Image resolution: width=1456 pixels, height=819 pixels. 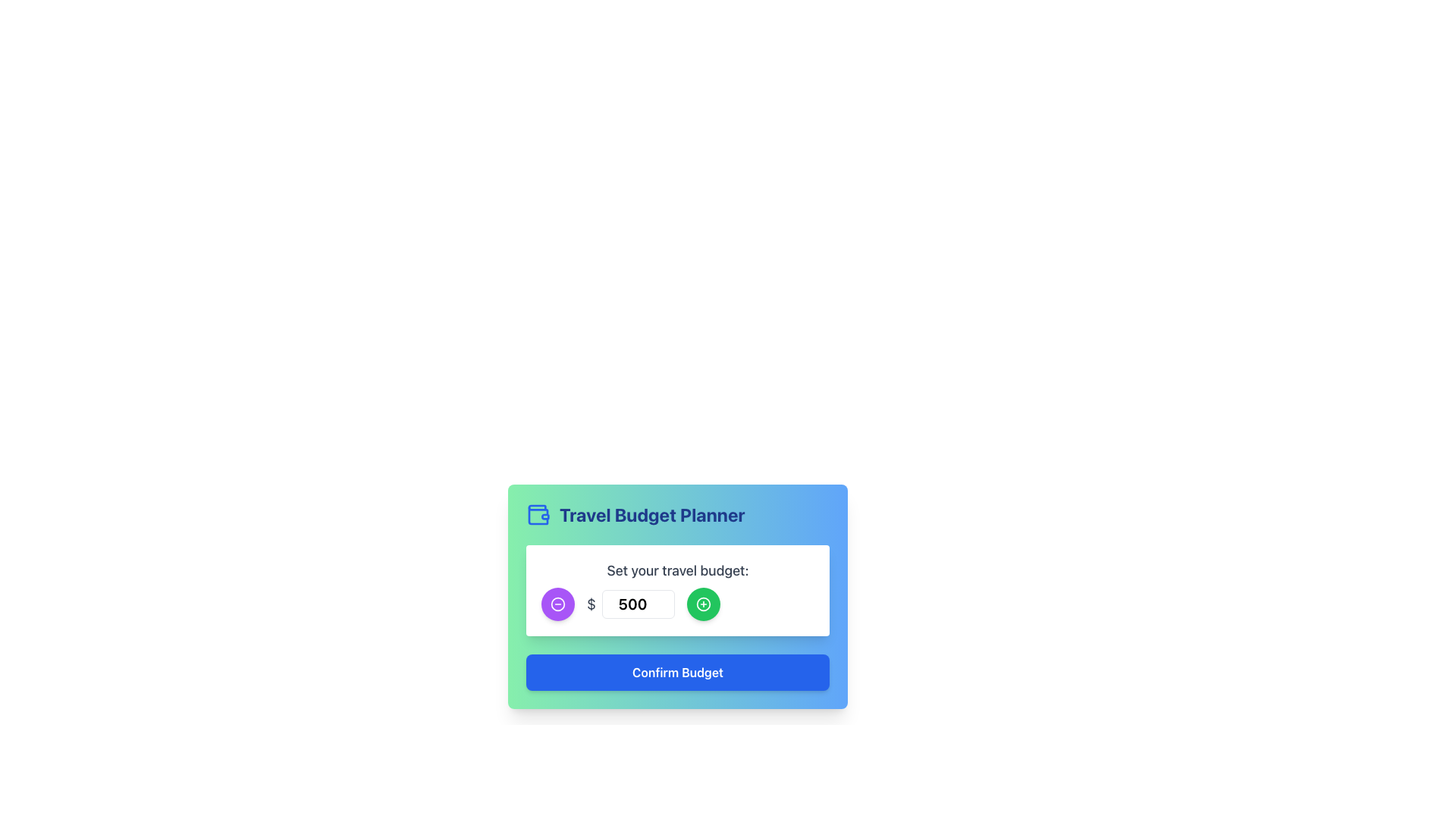 I want to click on the wallet icon representing budgeting in the Travel Budget Planner header section if it is interactive, so click(x=538, y=513).